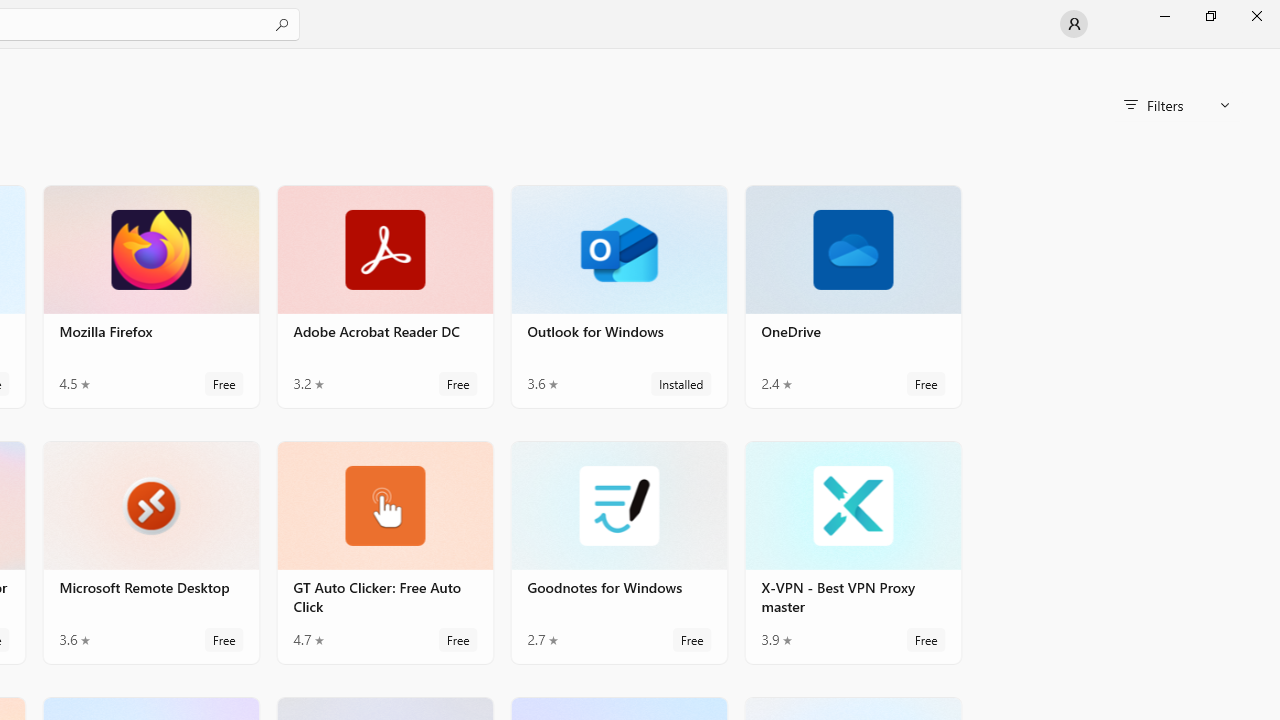 The image size is (1280, 720). What do you see at coordinates (1176, 105) in the screenshot?
I see `'Filters'` at bounding box center [1176, 105].